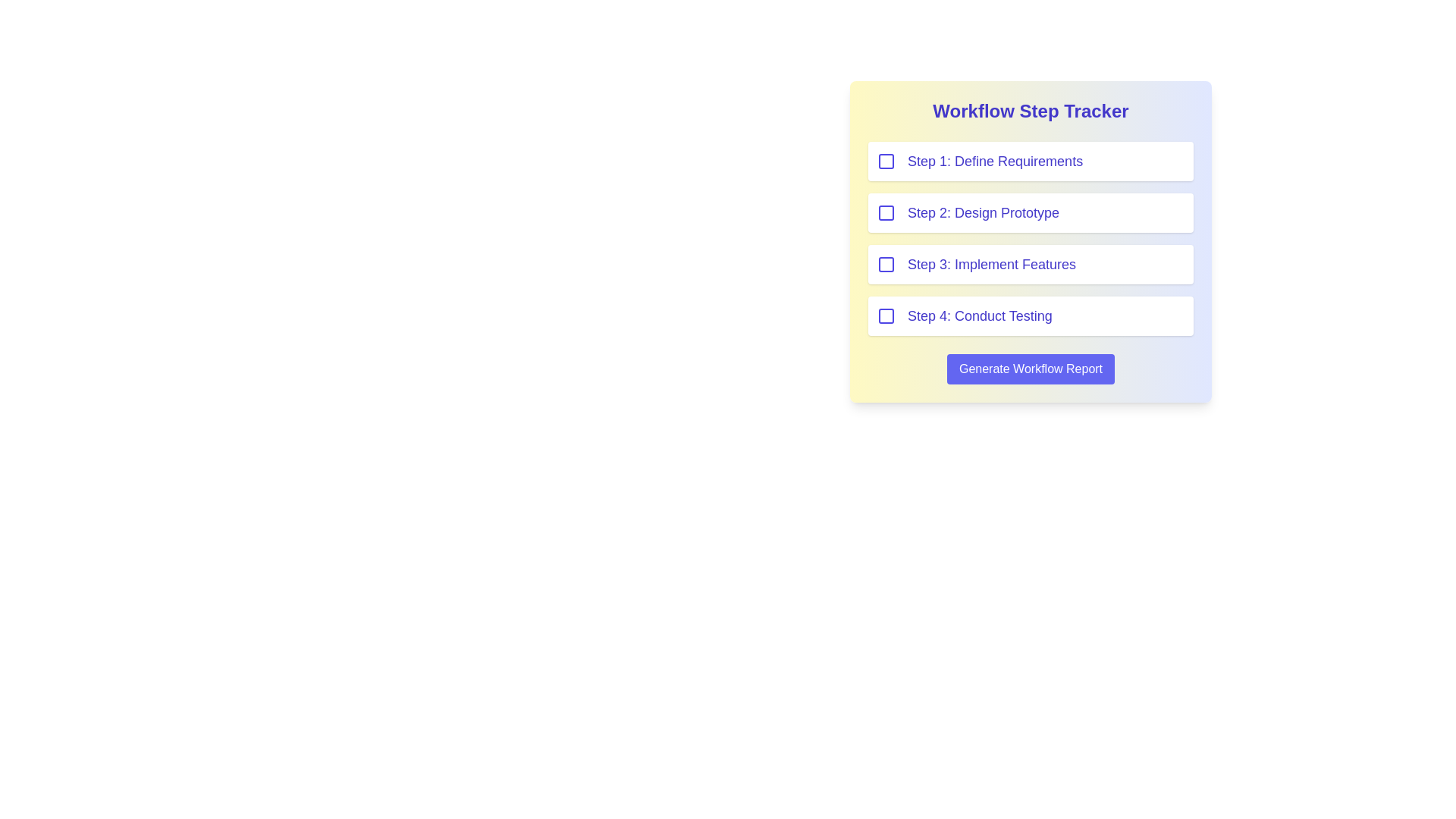 The width and height of the screenshot is (1456, 819). What do you see at coordinates (992, 263) in the screenshot?
I see `the text label that displays 'Step 3: Implement Features', which is the third step in a vertical list of workflow steps` at bounding box center [992, 263].